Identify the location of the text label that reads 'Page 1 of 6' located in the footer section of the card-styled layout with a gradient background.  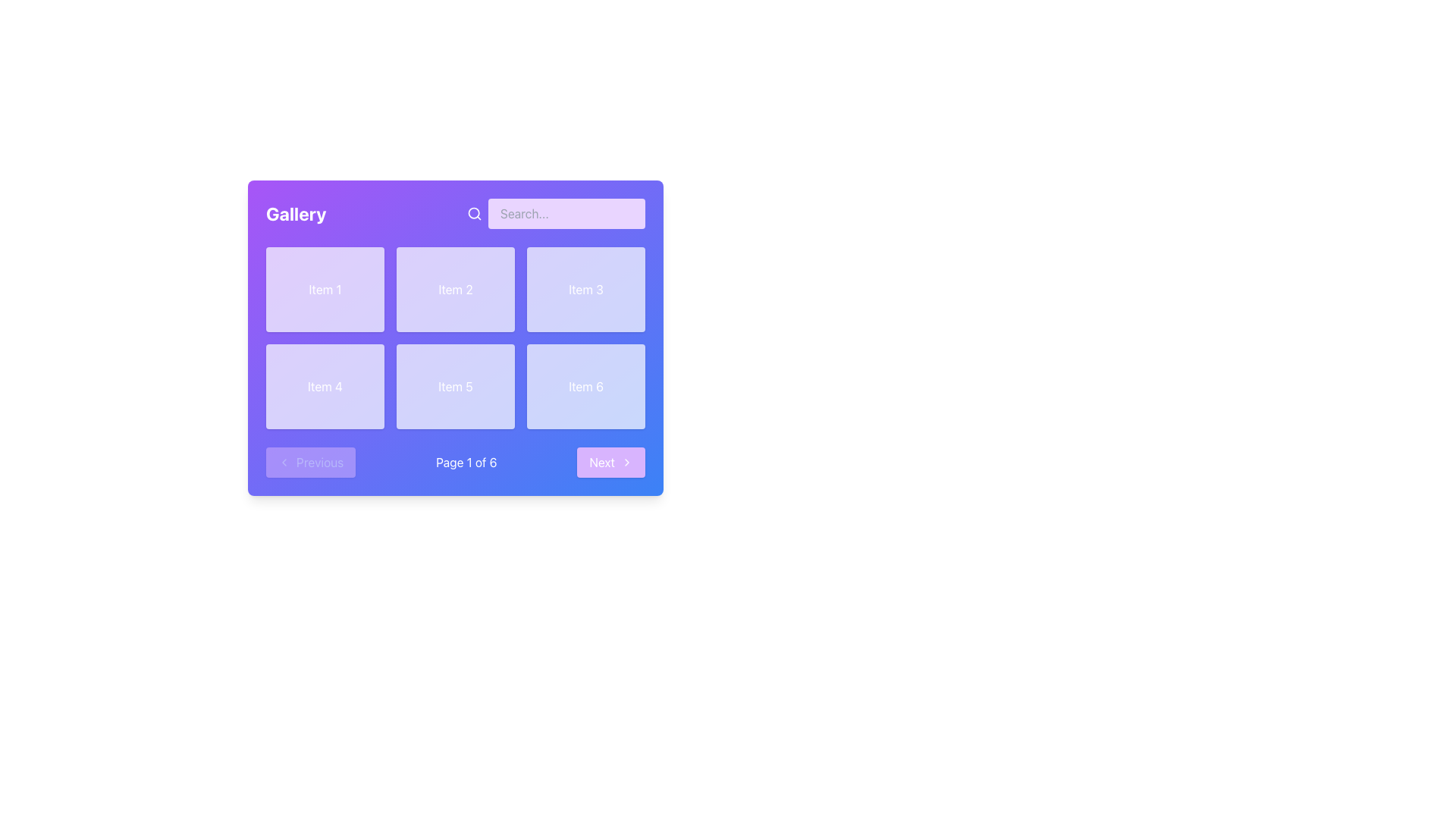
(454, 461).